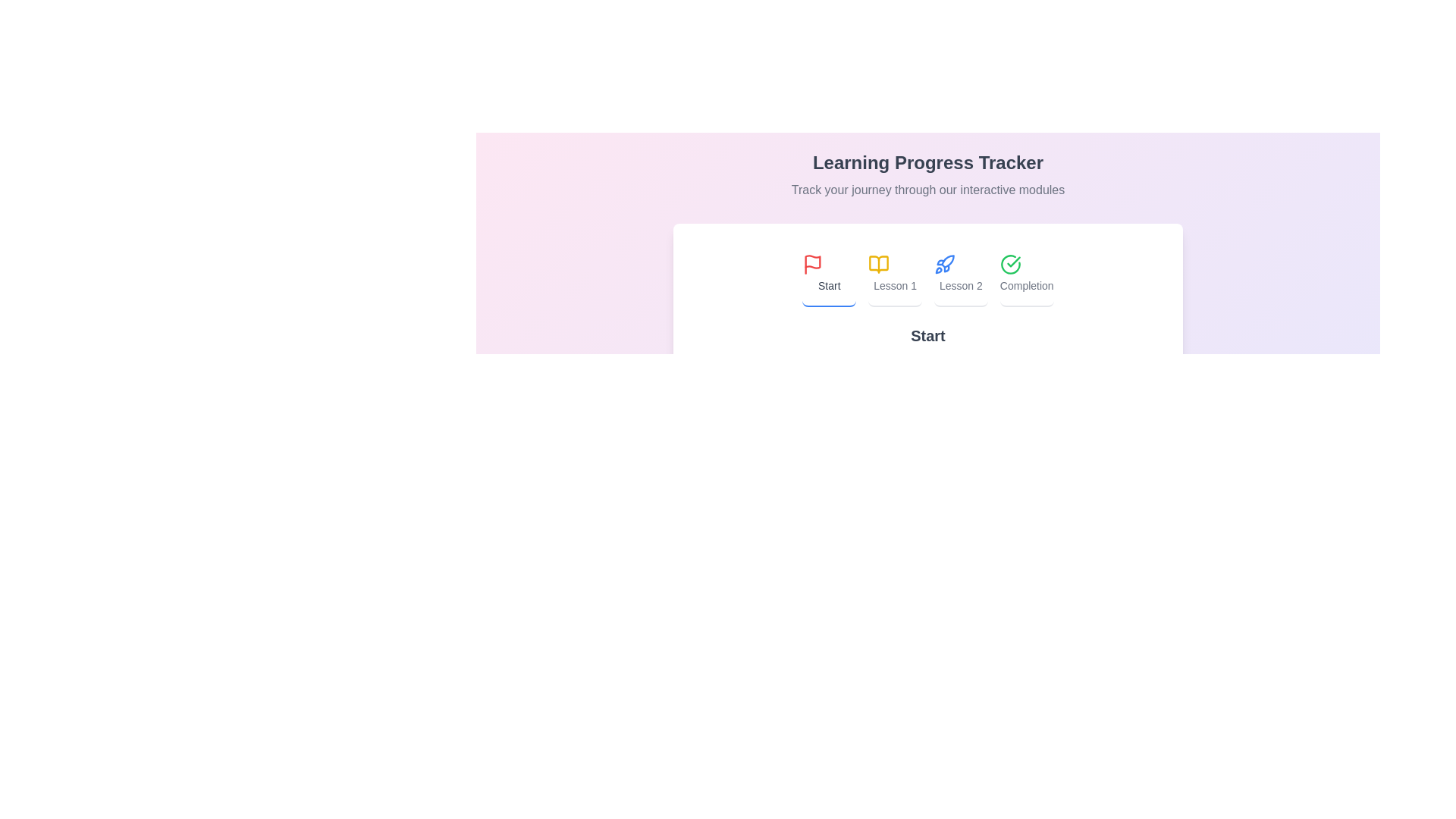 This screenshot has width=1456, height=819. I want to click on the Lesson 2 button to observe its hover effect, so click(960, 275).